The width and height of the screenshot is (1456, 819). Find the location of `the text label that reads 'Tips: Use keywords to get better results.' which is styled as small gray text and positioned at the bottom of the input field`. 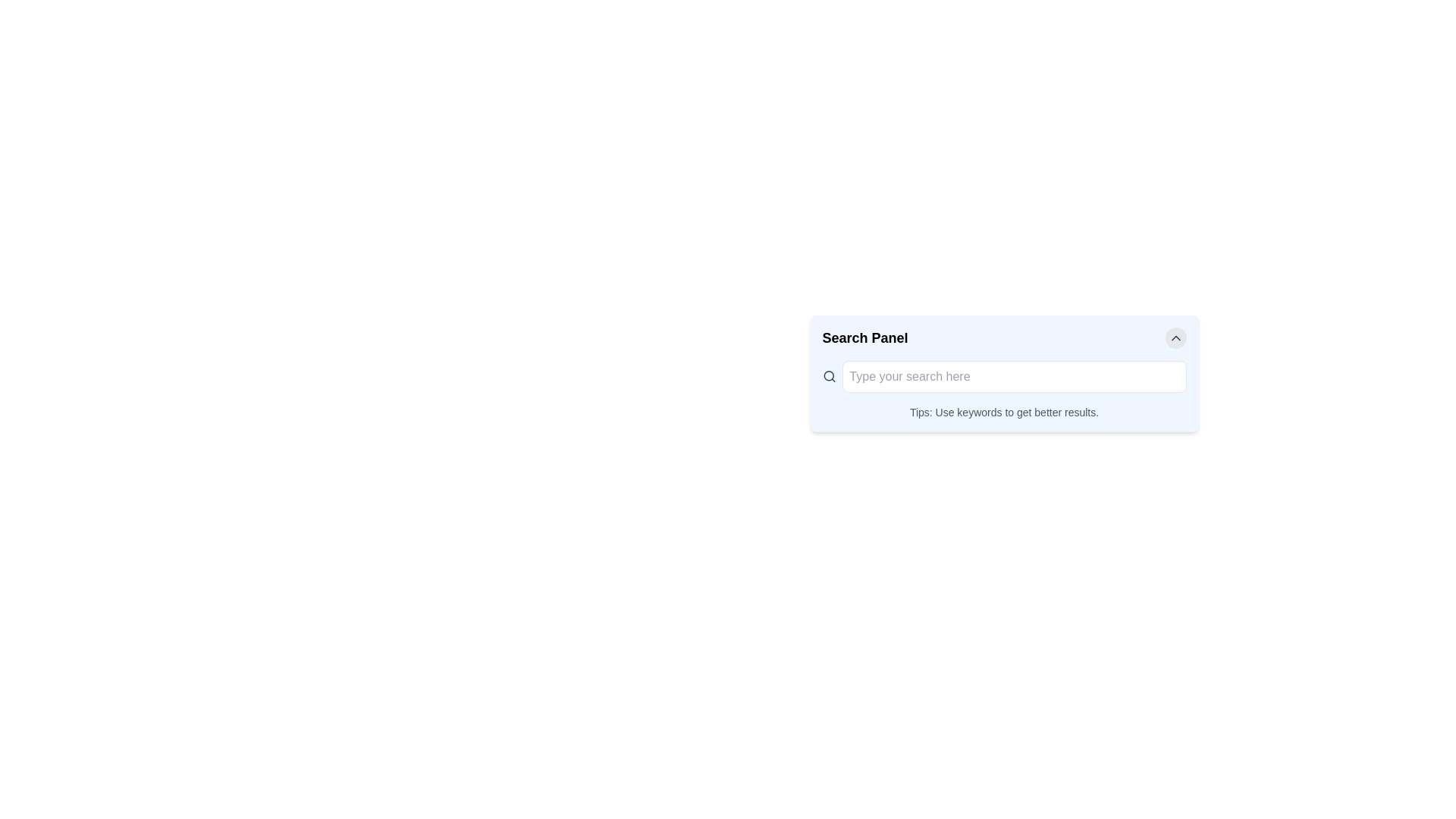

the text label that reads 'Tips: Use keywords to get better results.' which is styled as small gray text and positioned at the bottom of the input field is located at coordinates (1004, 412).